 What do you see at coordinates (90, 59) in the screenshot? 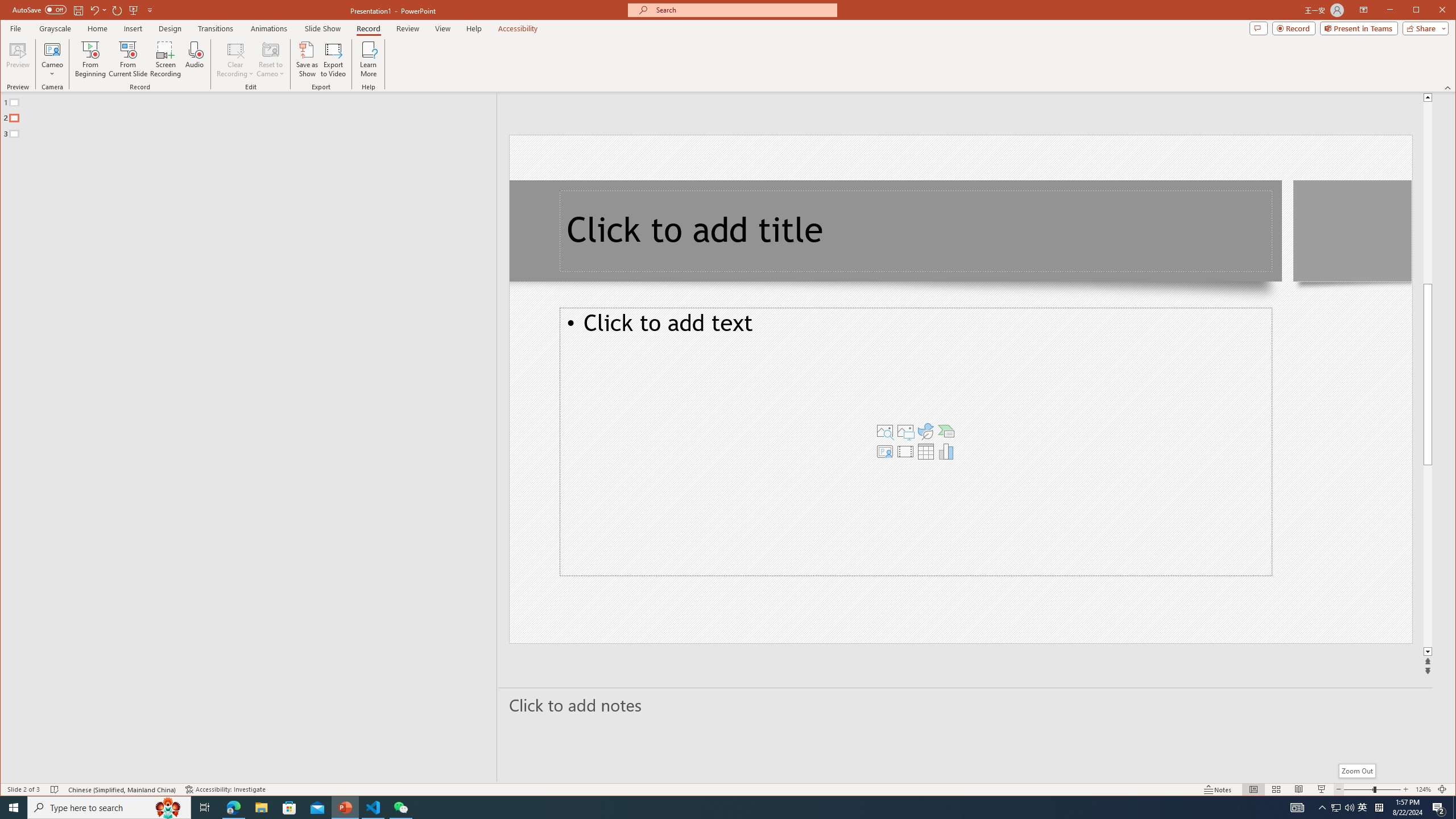
I see `'From Beginning...'` at bounding box center [90, 59].